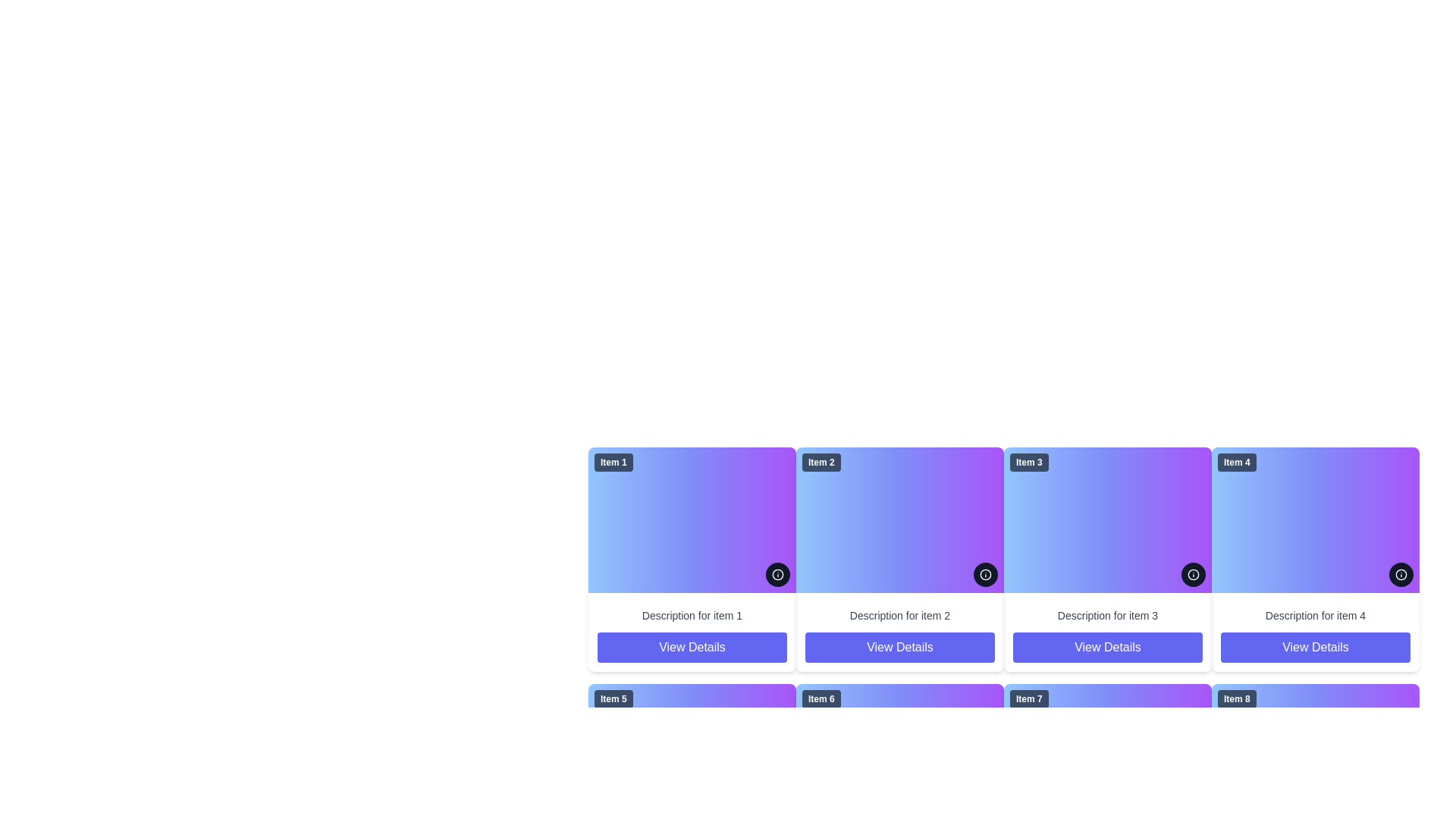  I want to click on the 'Item 8' label, which is a small rectangular label with rounded corners and a semi-transparent dark gray background, located at the top-left corner of its gradient-colored card, so click(1237, 698).